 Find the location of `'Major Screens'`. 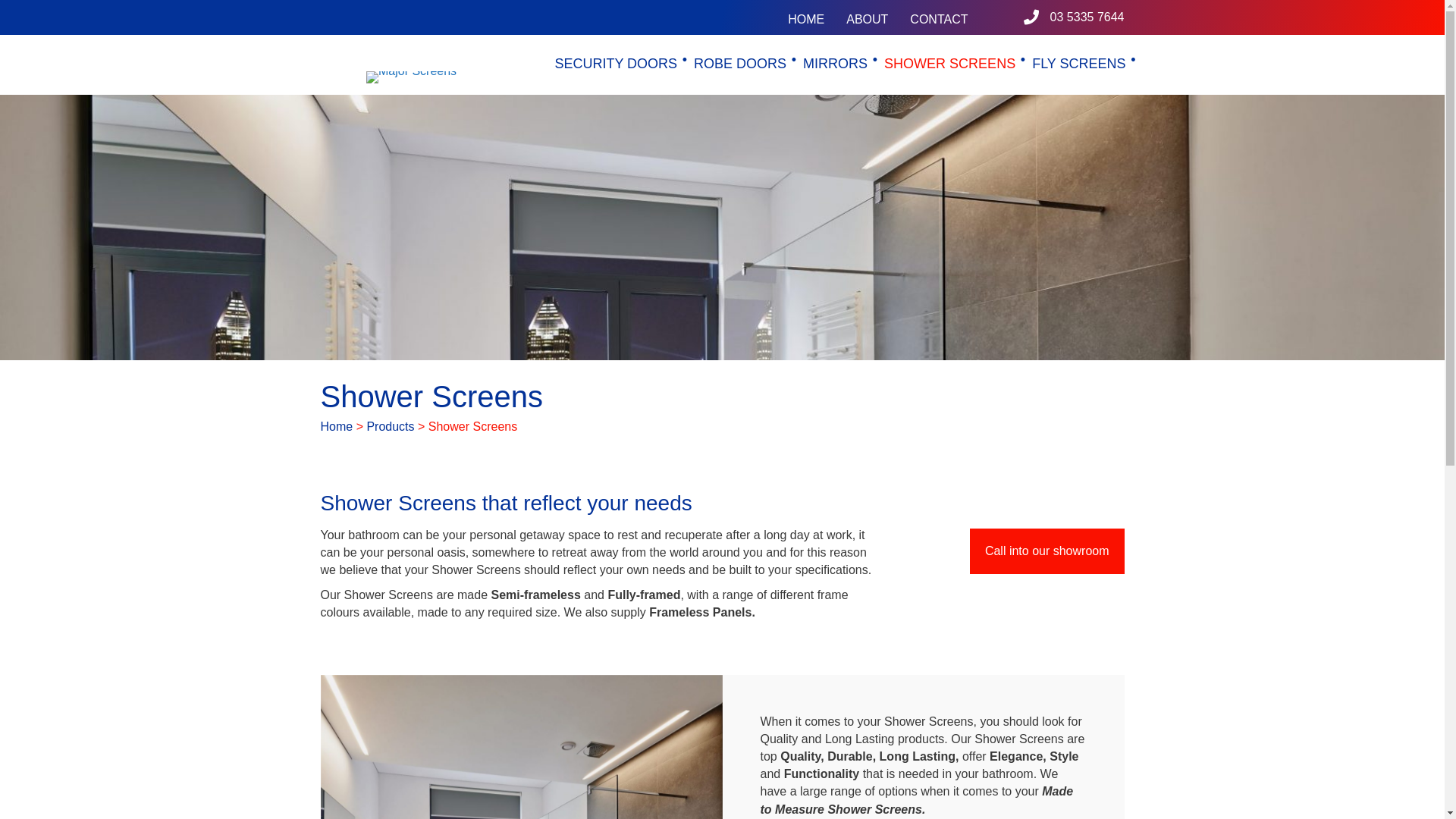

'Major Screens' is located at coordinates (411, 77).